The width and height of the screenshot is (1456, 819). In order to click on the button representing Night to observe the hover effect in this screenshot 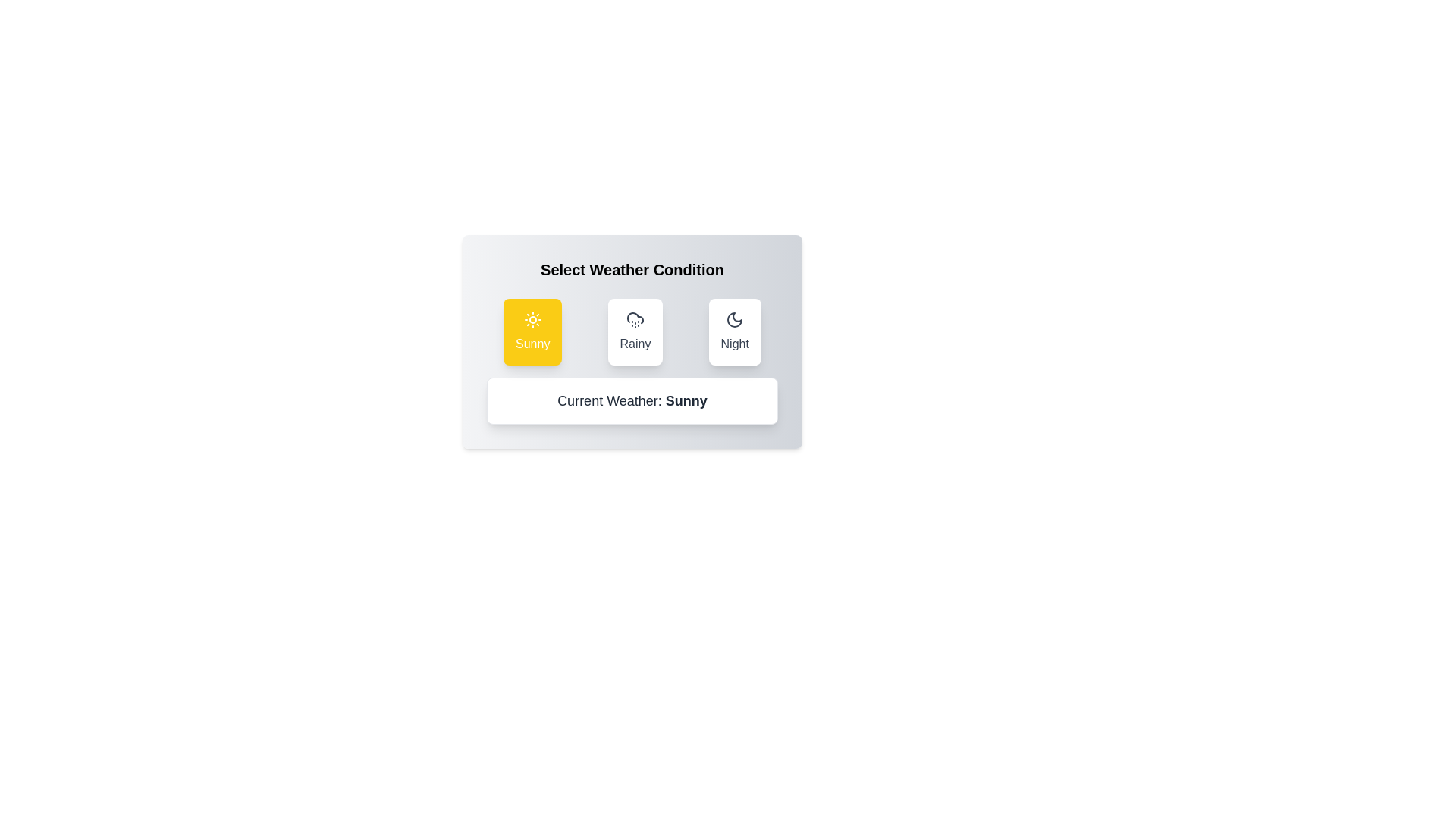, I will do `click(735, 331)`.